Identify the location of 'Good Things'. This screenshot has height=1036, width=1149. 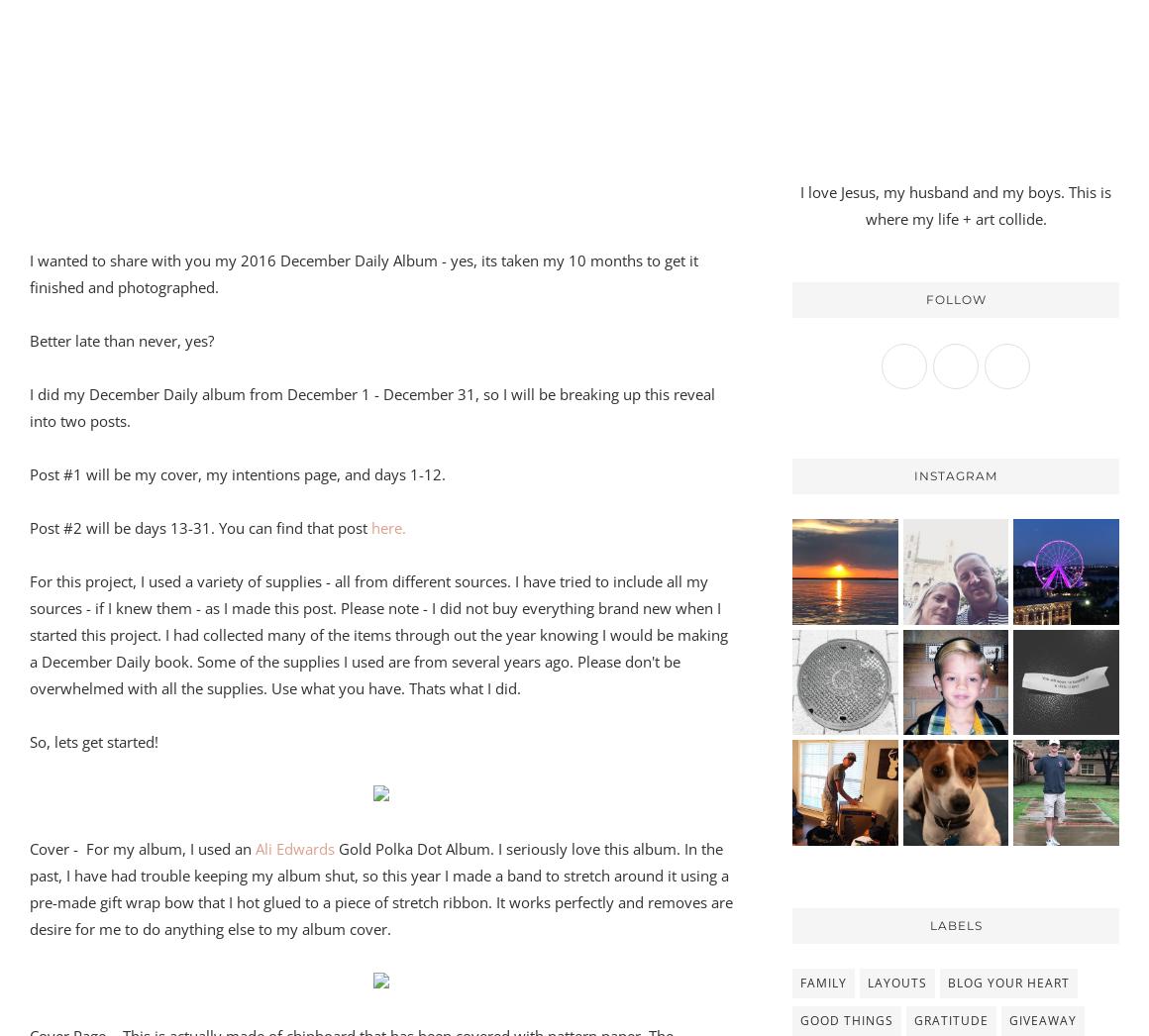
(799, 1019).